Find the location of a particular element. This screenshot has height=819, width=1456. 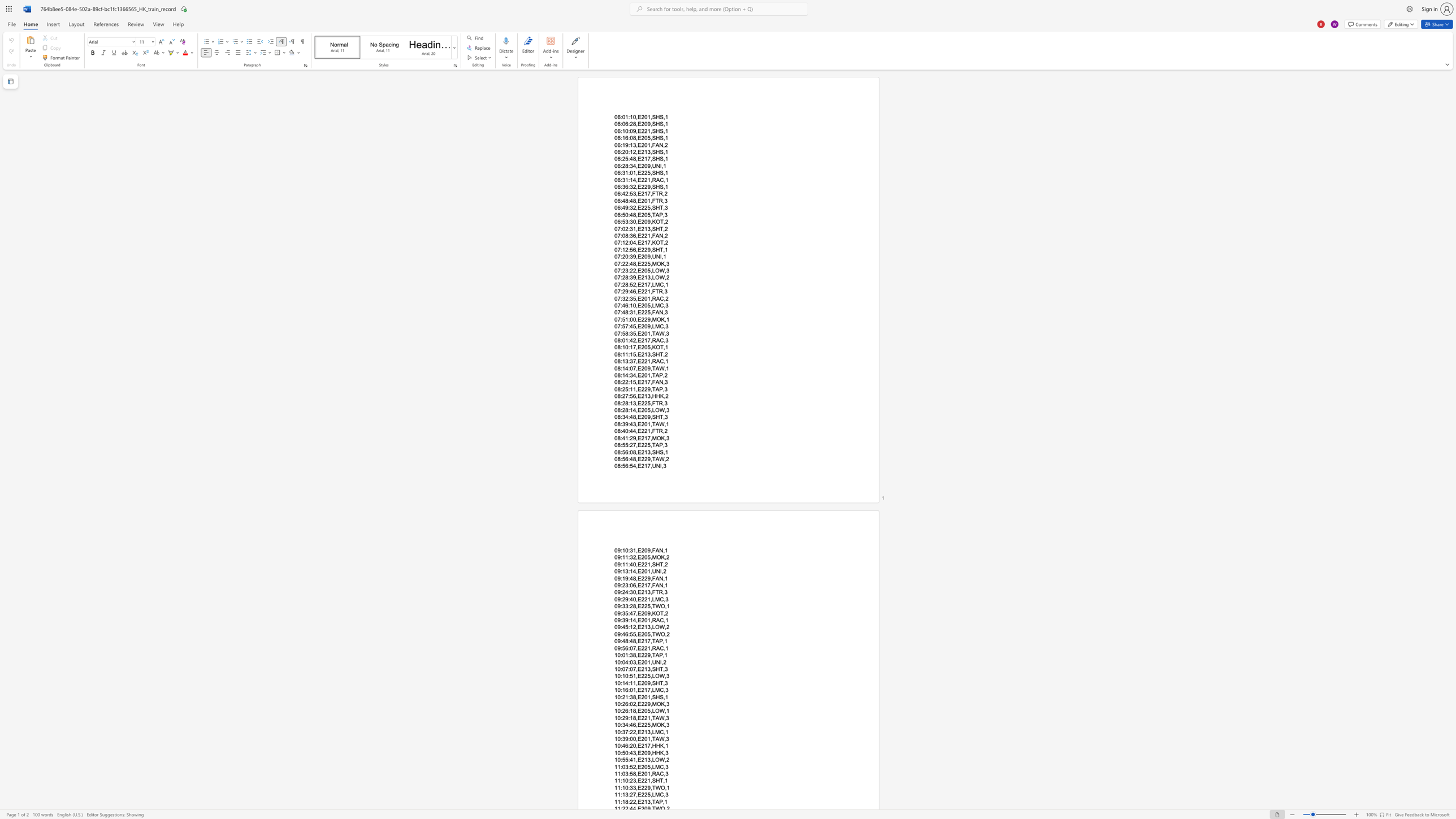

the space between the continuous character "N" and "I" in the text is located at coordinates (658, 571).